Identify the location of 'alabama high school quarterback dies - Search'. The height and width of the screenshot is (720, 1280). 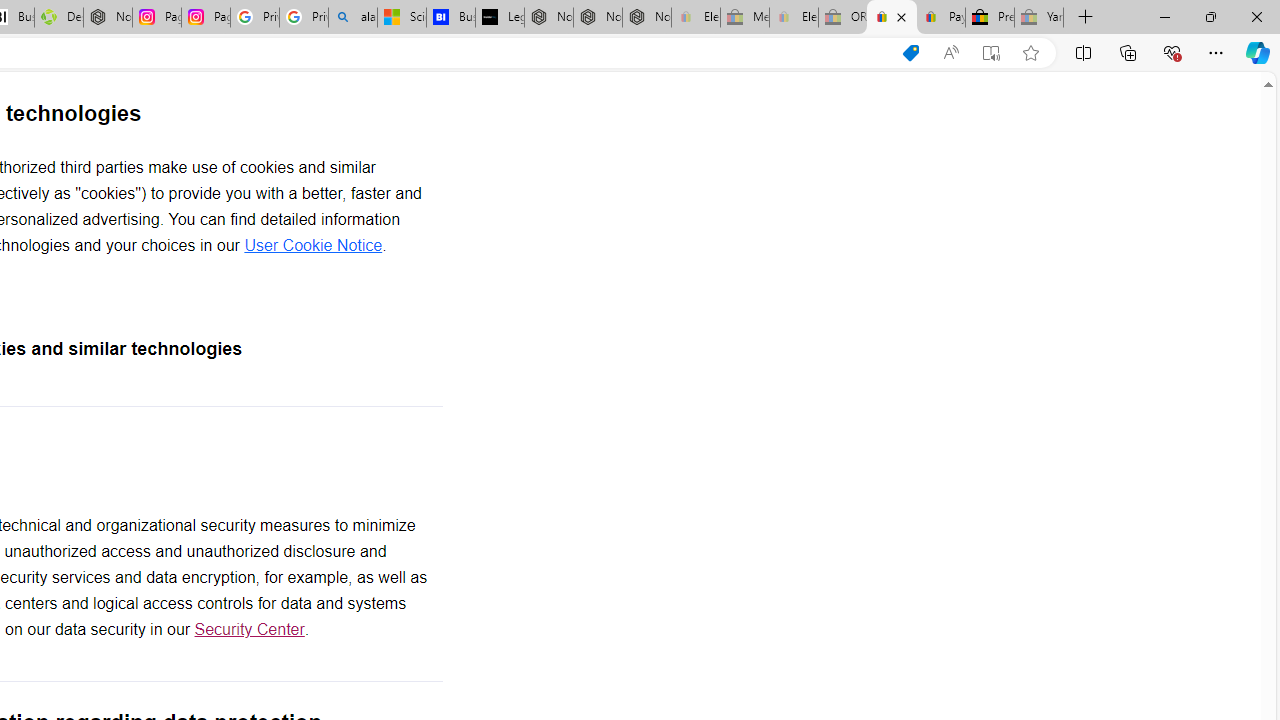
(353, 17).